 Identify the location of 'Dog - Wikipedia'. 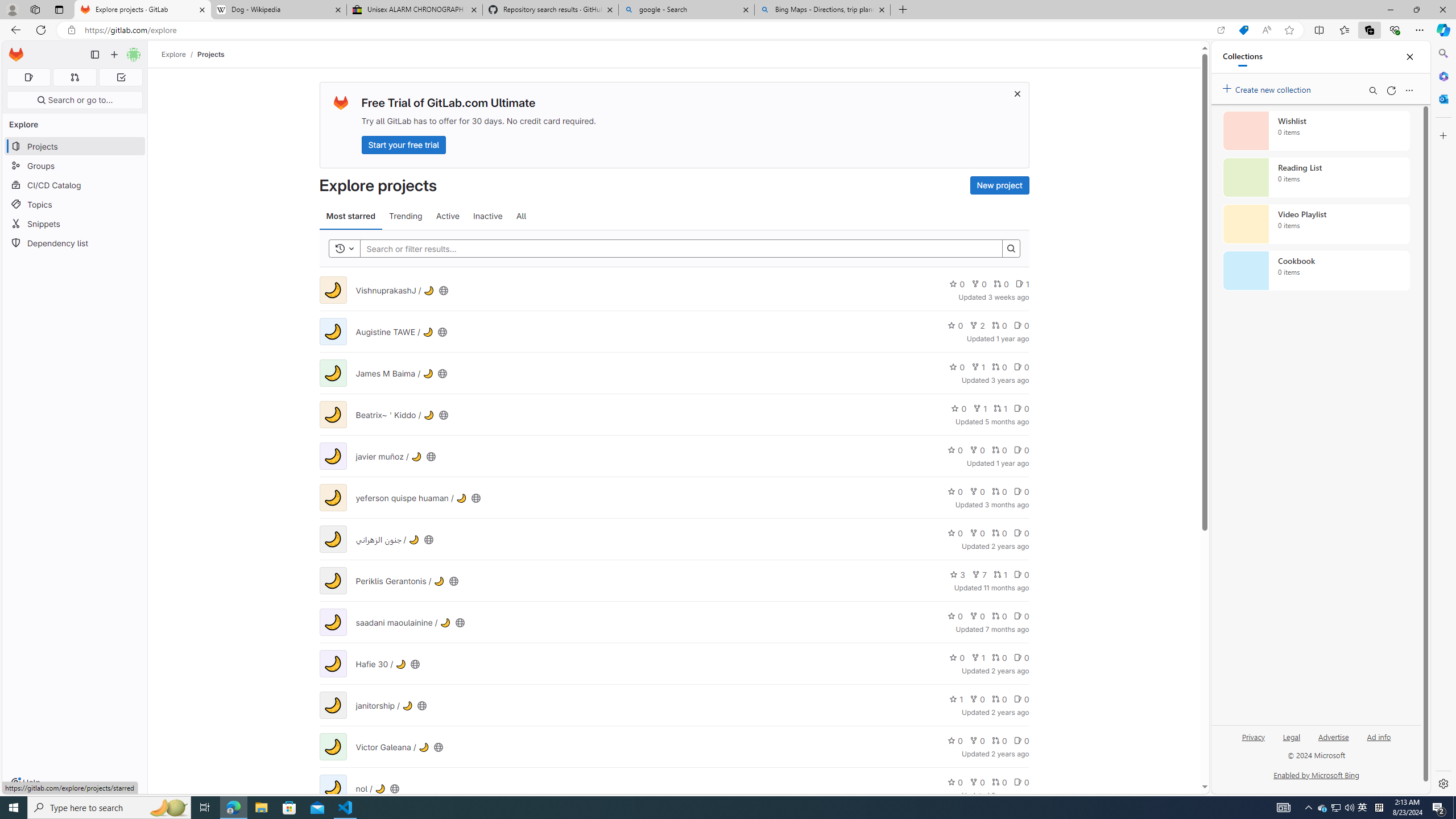
(278, 9).